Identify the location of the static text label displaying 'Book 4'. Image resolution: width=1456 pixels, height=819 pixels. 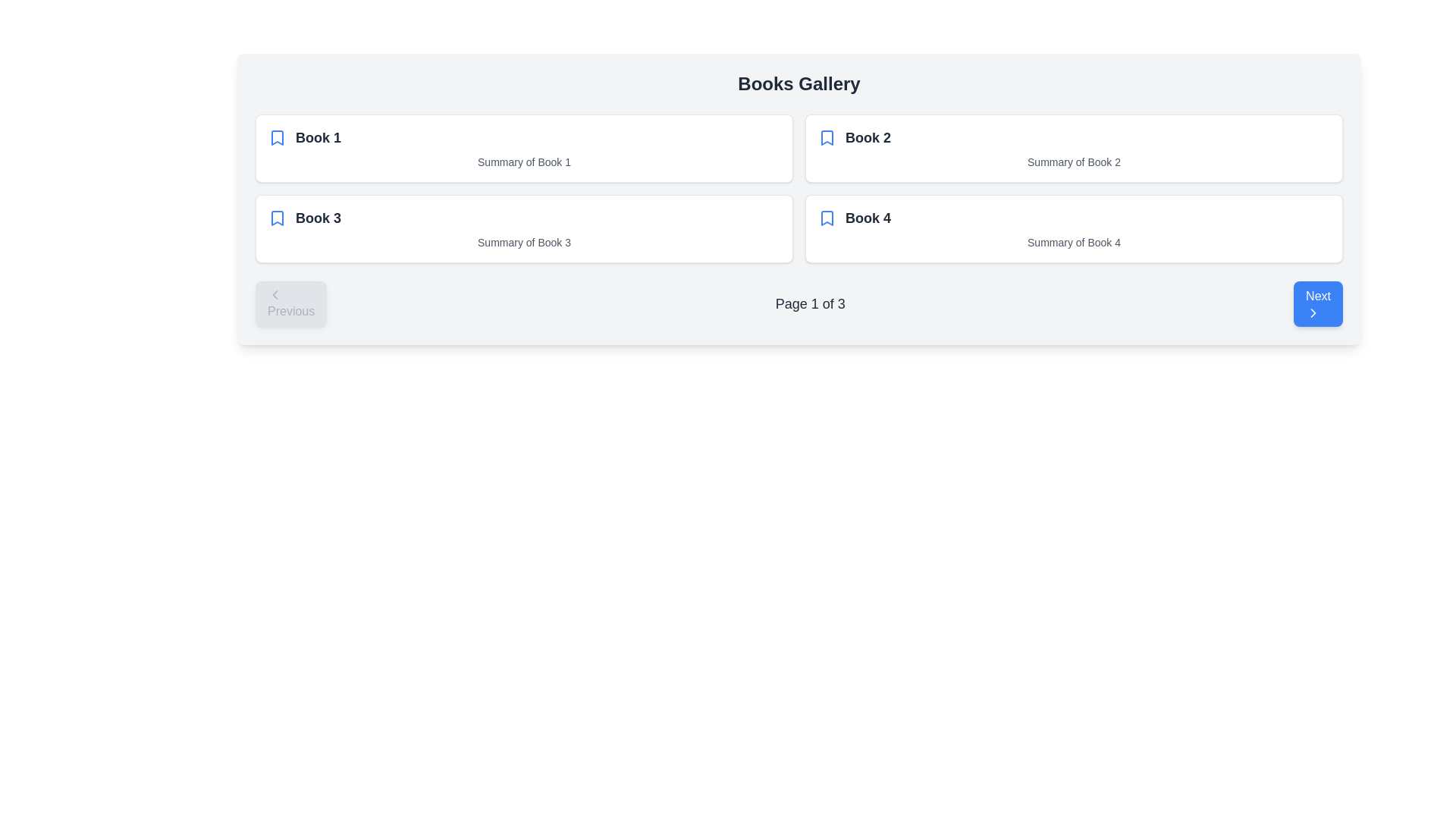
(868, 218).